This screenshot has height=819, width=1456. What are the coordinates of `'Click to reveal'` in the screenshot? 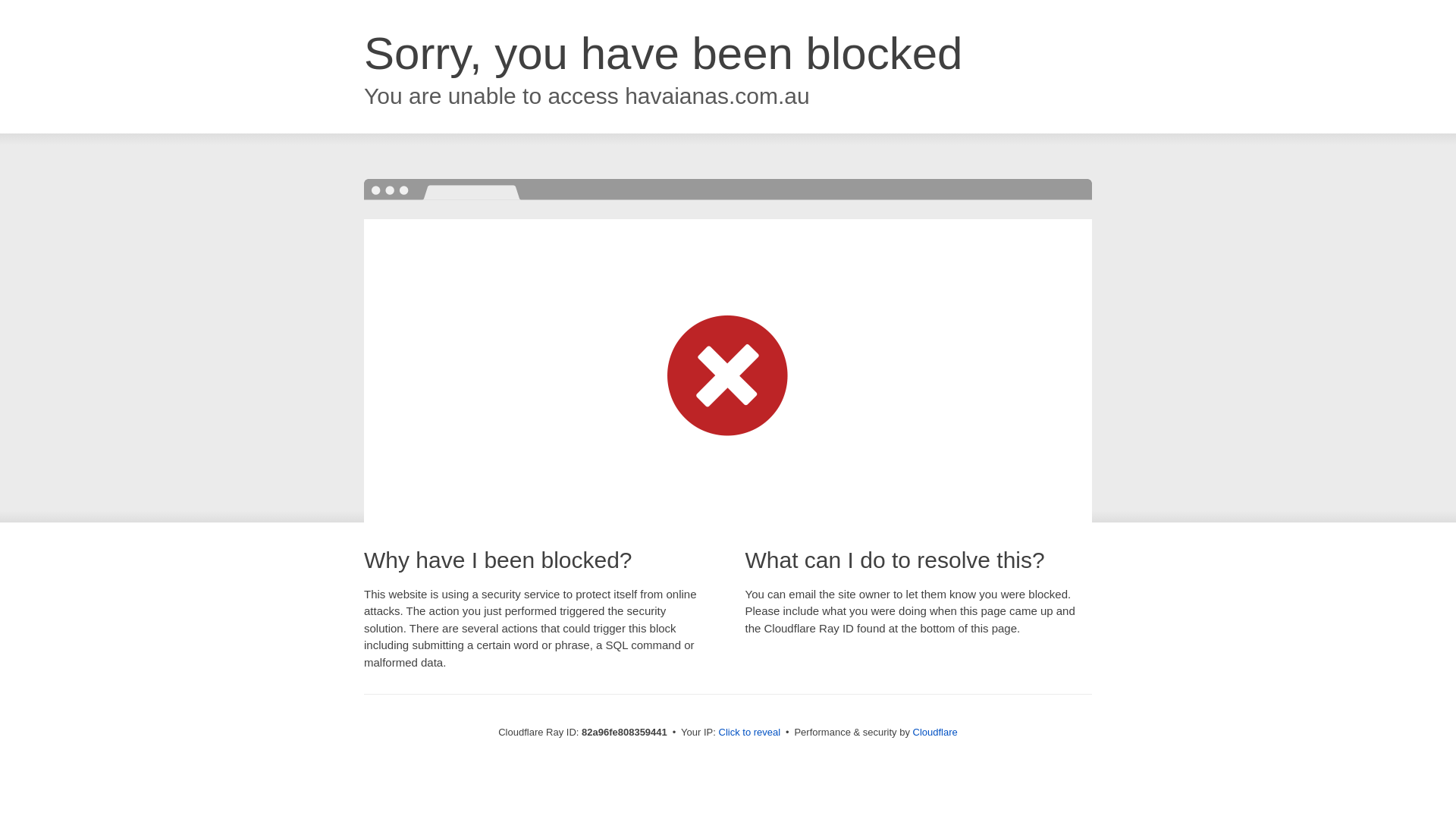 It's located at (749, 731).